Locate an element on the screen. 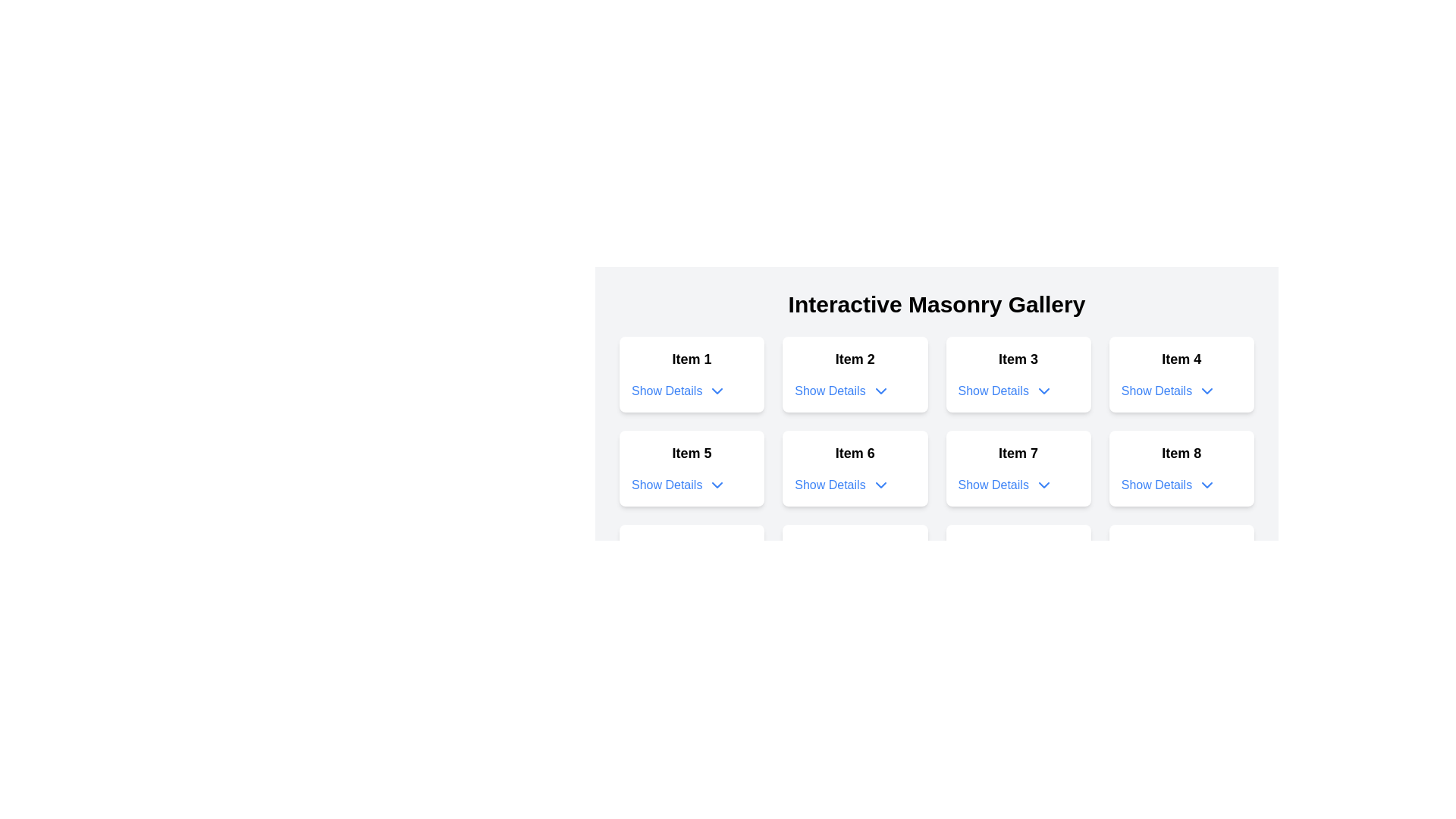  the text label 'Item 7', which is styled prominently and serves as the title in the seventh card of the masonry grid layout is located at coordinates (1018, 452).